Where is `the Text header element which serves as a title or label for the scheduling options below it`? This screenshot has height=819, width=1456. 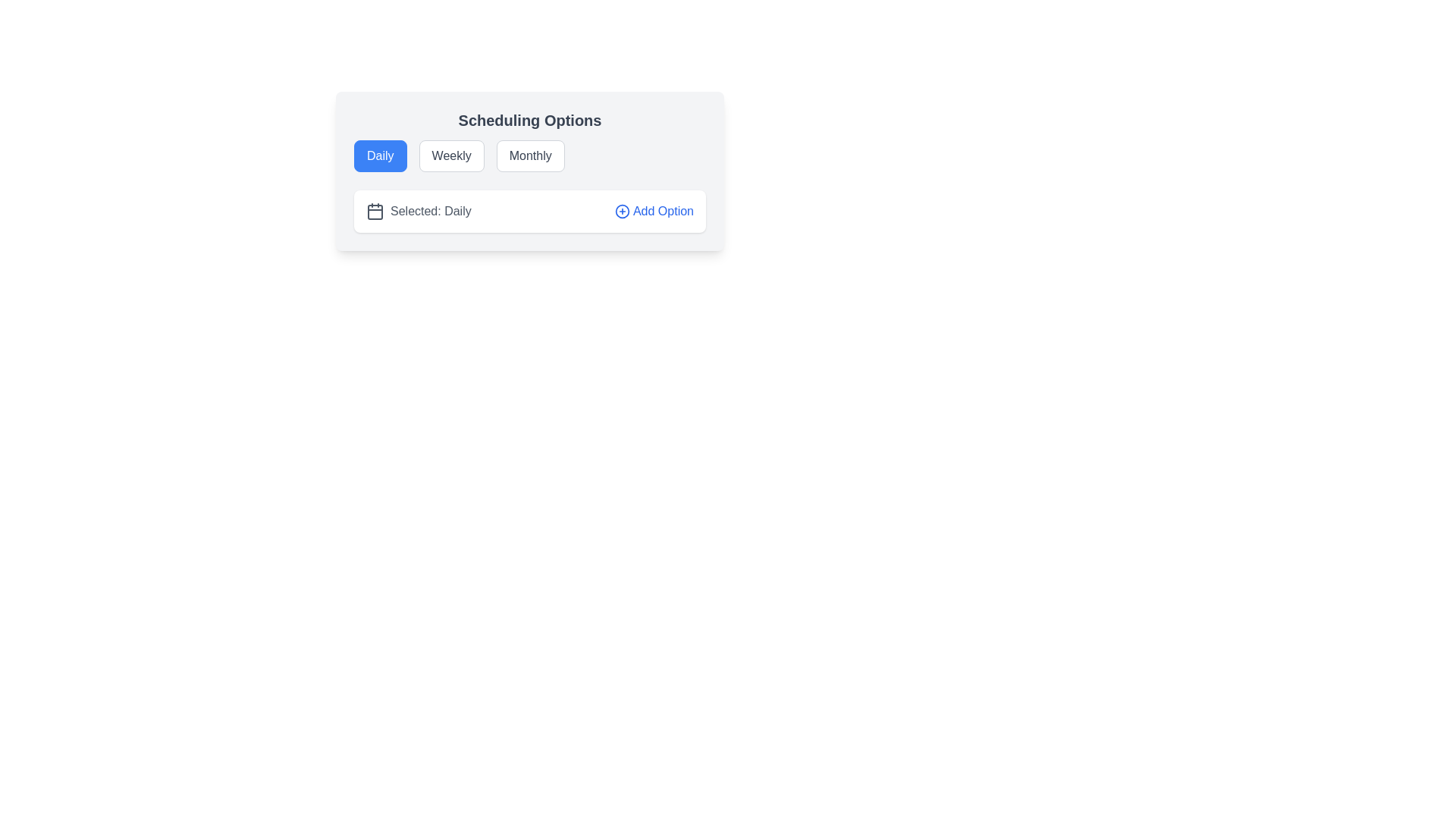 the Text header element which serves as a title or label for the scheduling options below it is located at coordinates (530, 119).